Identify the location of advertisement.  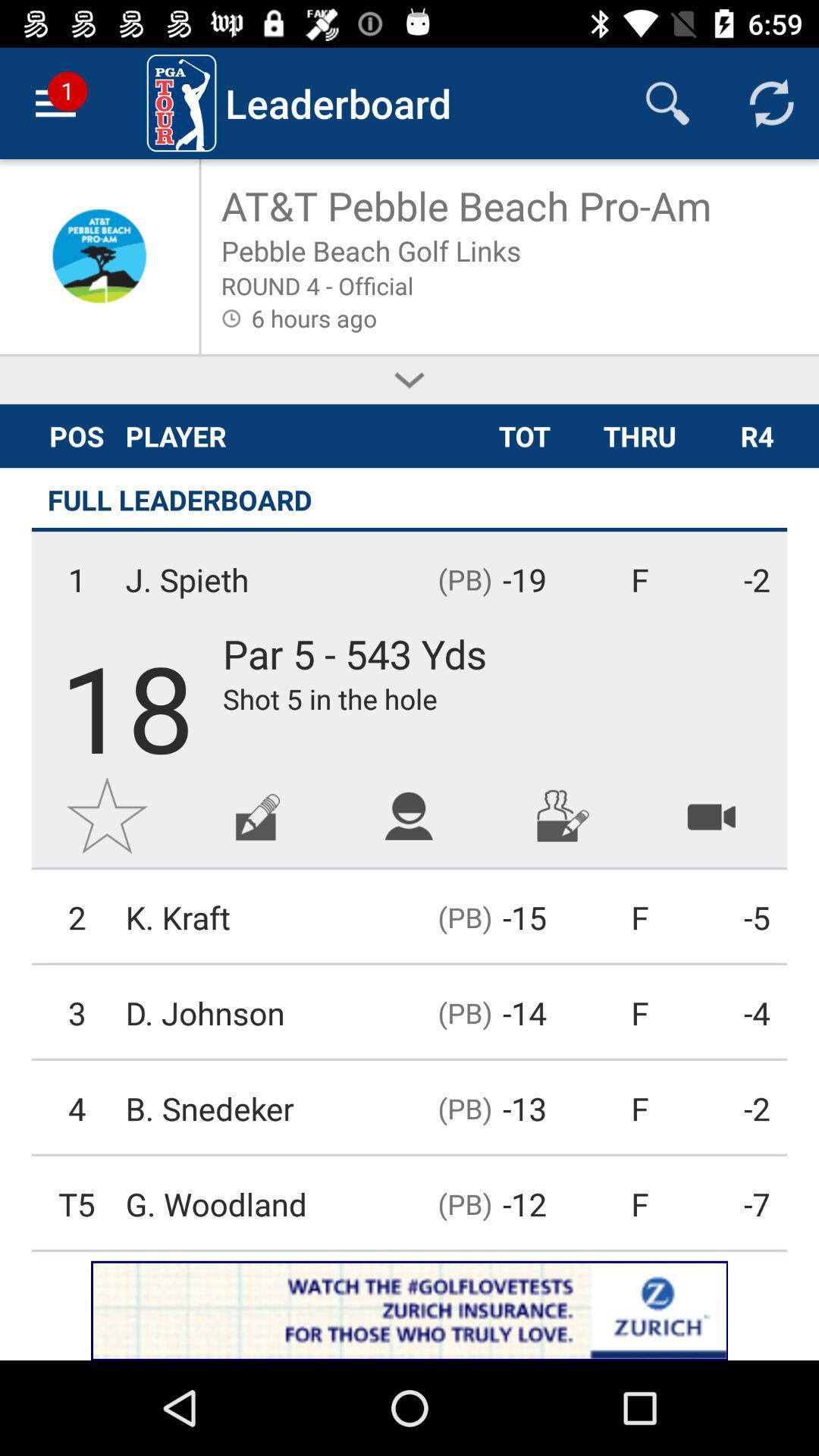
(257, 814).